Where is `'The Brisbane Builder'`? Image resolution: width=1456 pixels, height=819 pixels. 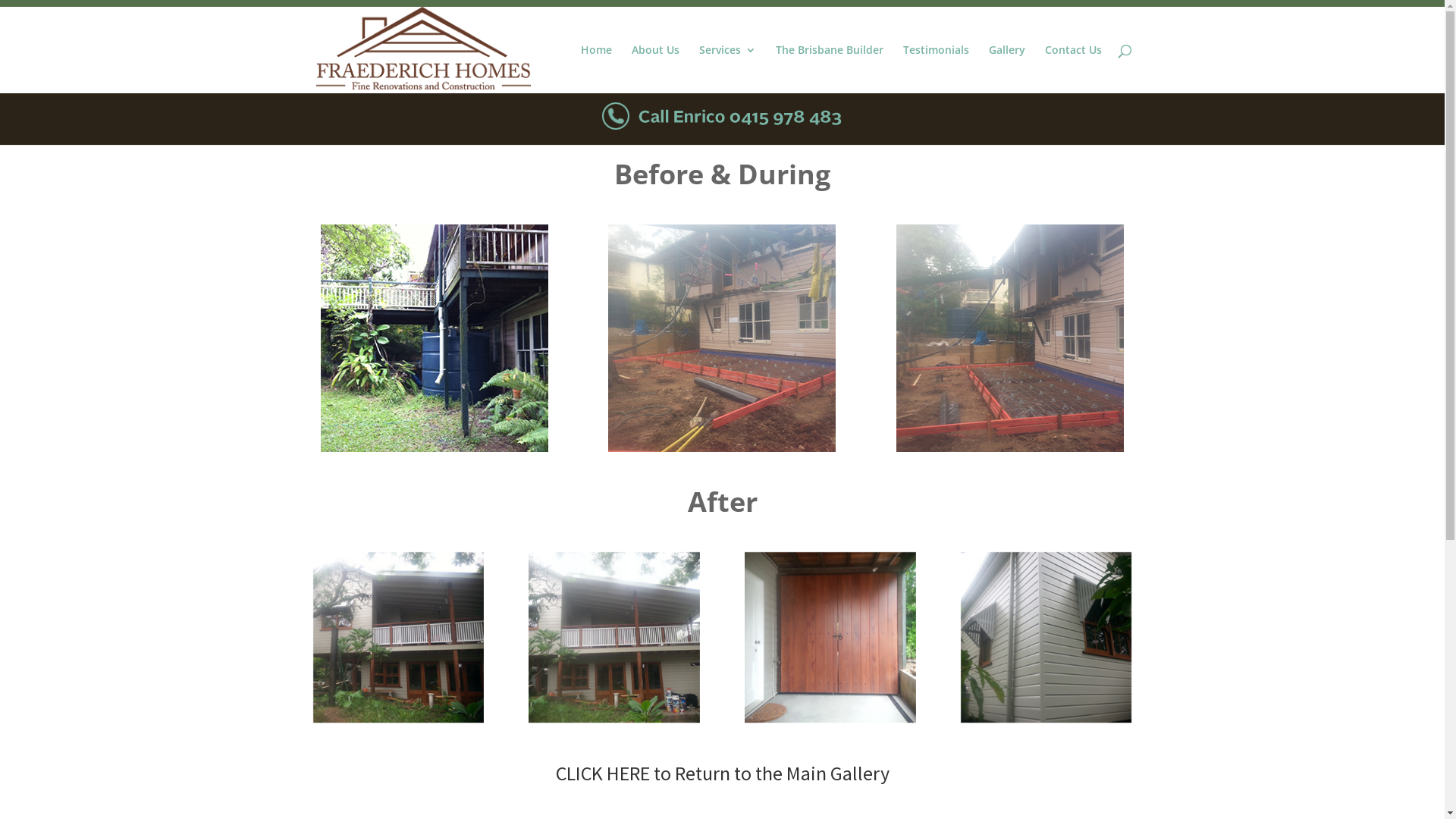
'The Brisbane Builder' is located at coordinates (828, 69).